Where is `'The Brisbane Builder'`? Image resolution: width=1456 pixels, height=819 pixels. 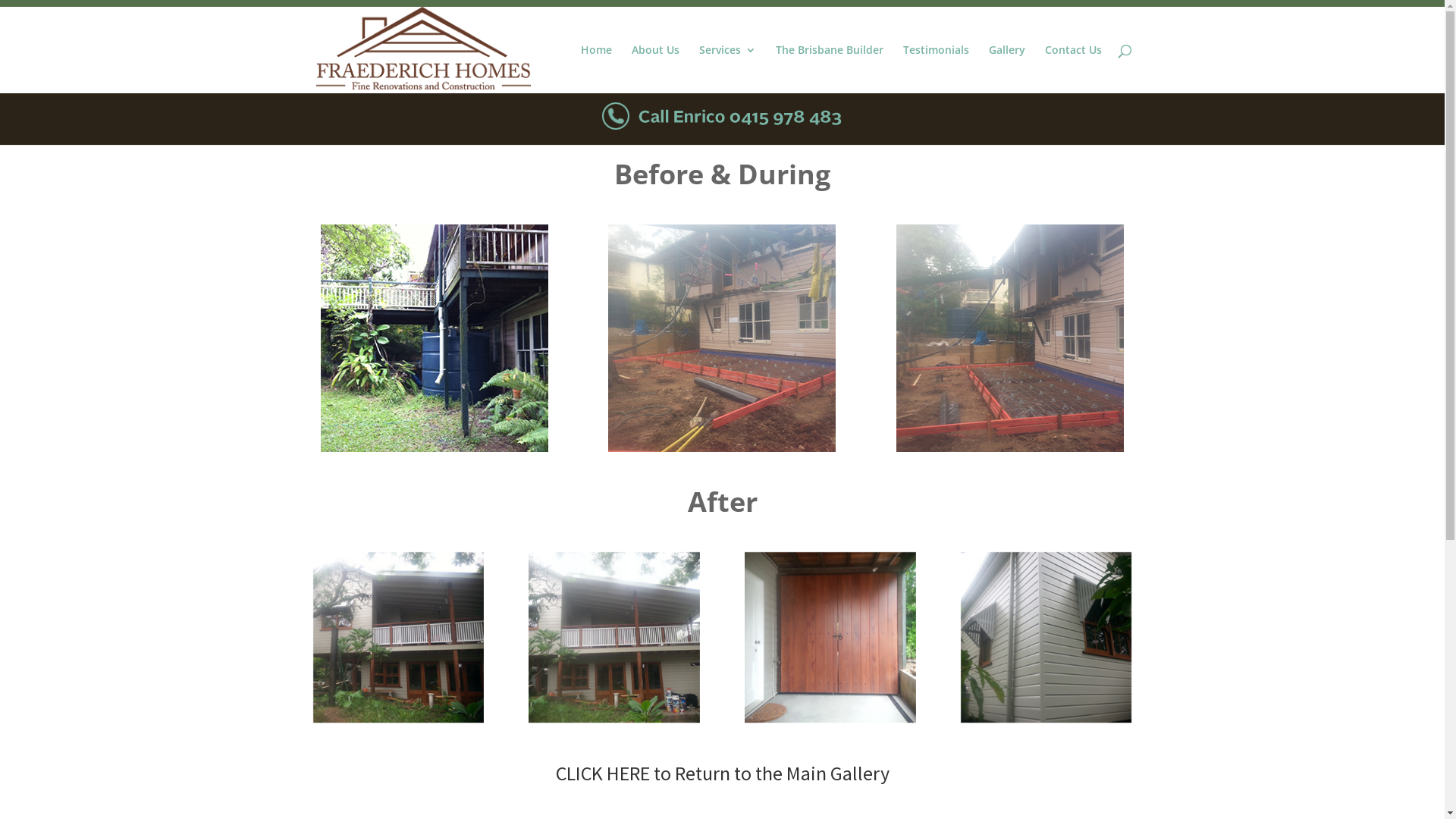
'The Brisbane Builder' is located at coordinates (828, 69).